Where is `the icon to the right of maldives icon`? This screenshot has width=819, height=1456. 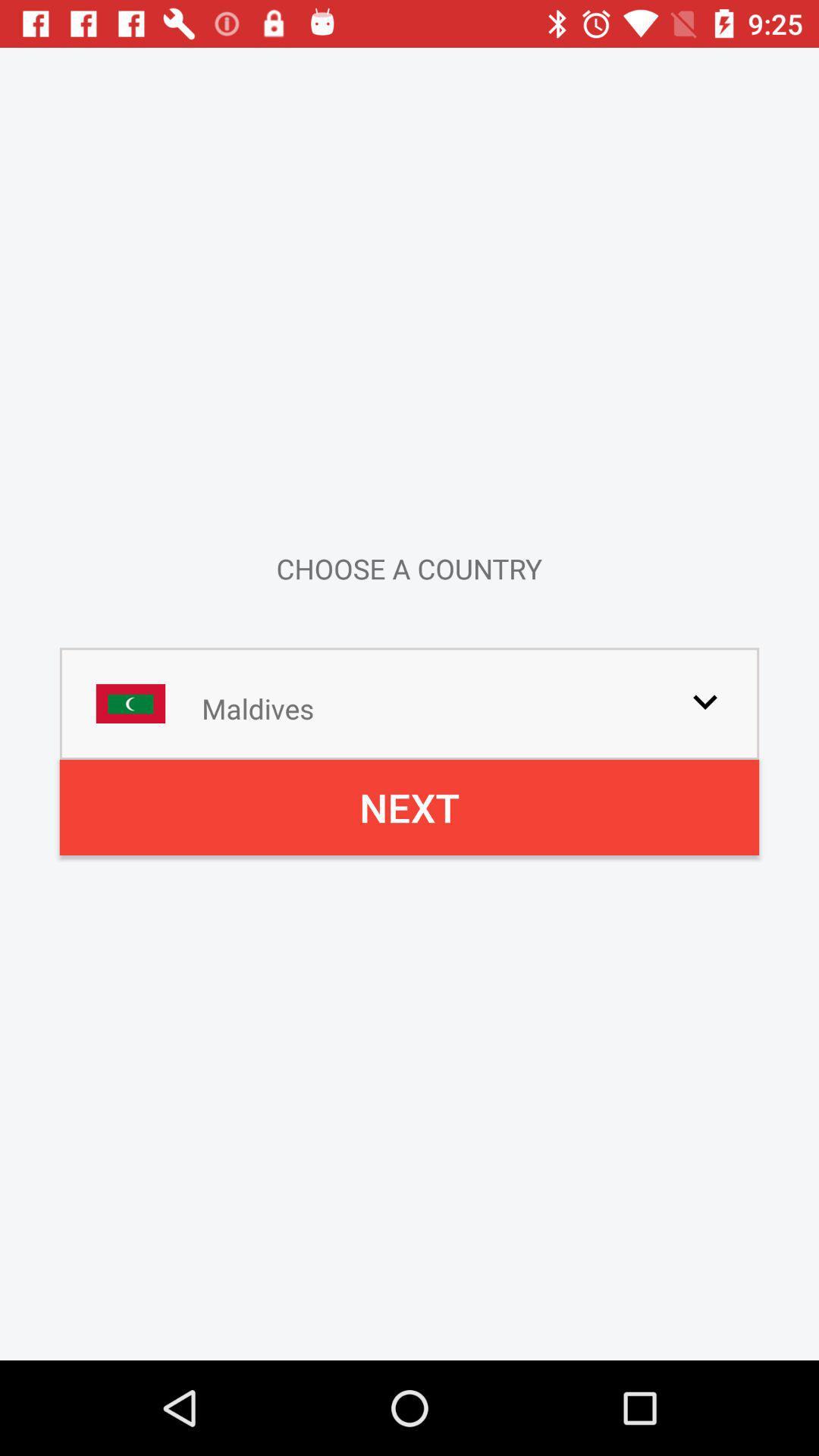 the icon to the right of maldives icon is located at coordinates (704, 701).